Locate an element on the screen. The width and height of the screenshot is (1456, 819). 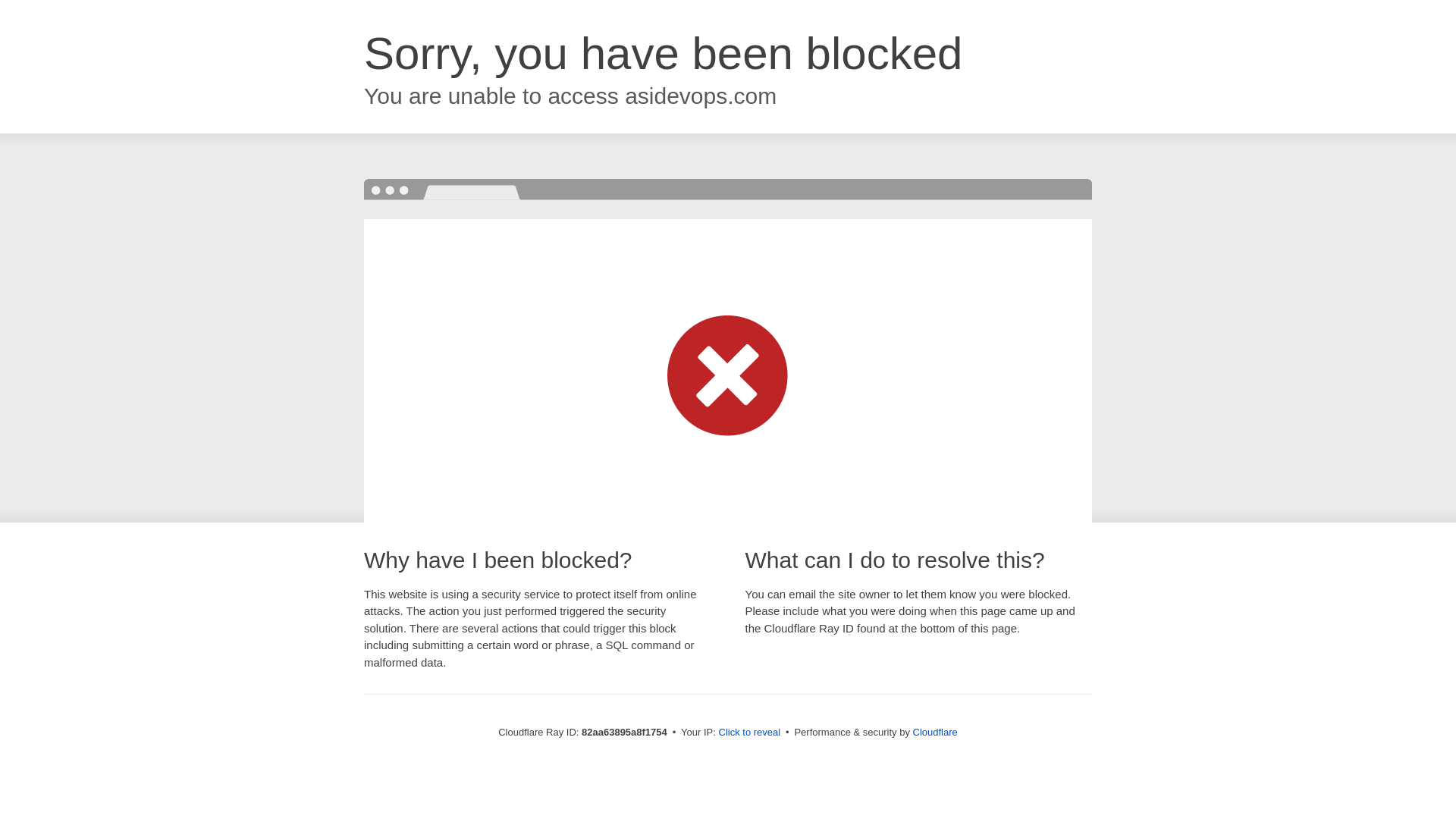
'Click to reveal' is located at coordinates (718, 731).